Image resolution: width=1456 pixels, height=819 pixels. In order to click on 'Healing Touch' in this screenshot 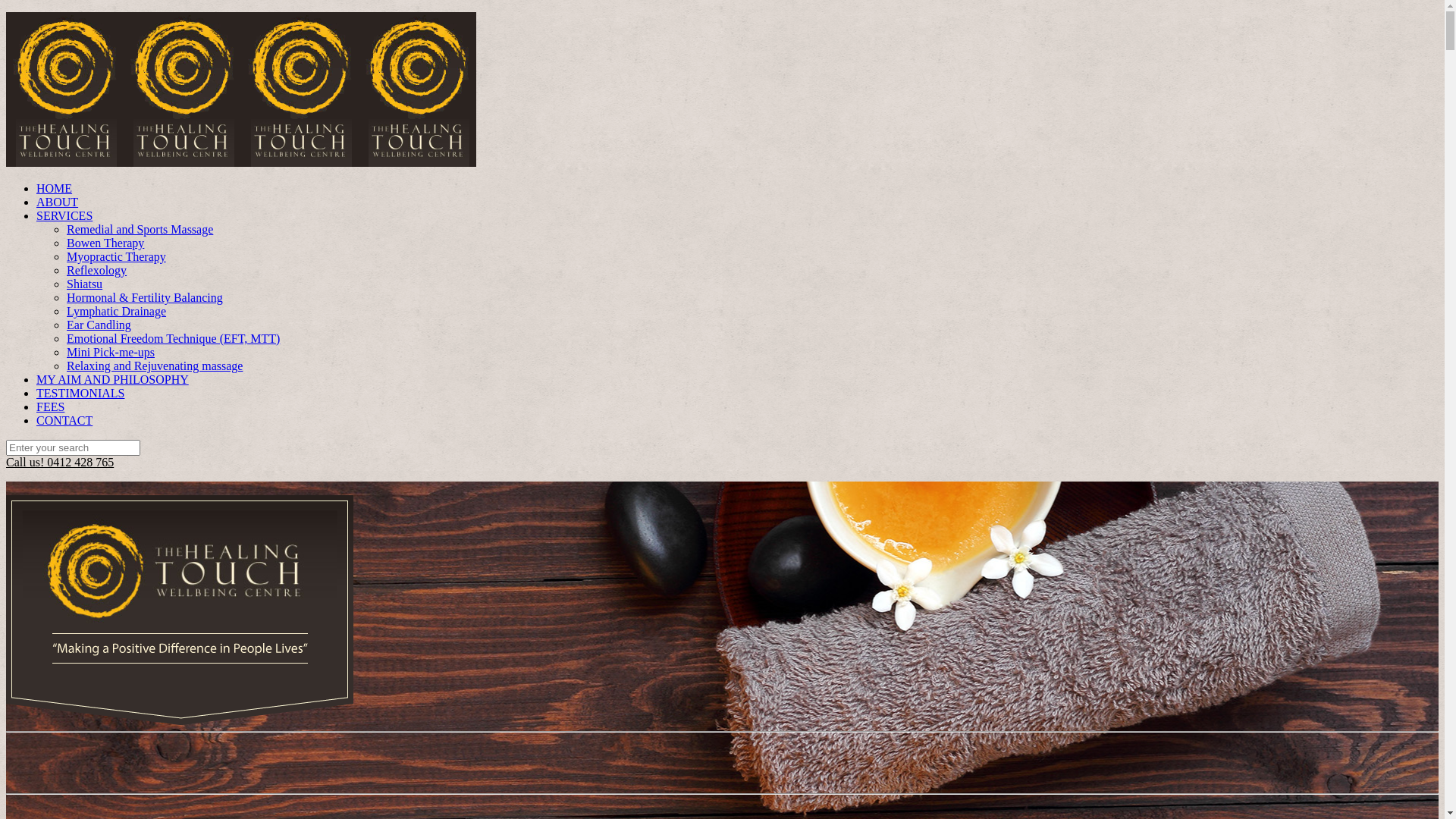, I will do `click(240, 162)`.